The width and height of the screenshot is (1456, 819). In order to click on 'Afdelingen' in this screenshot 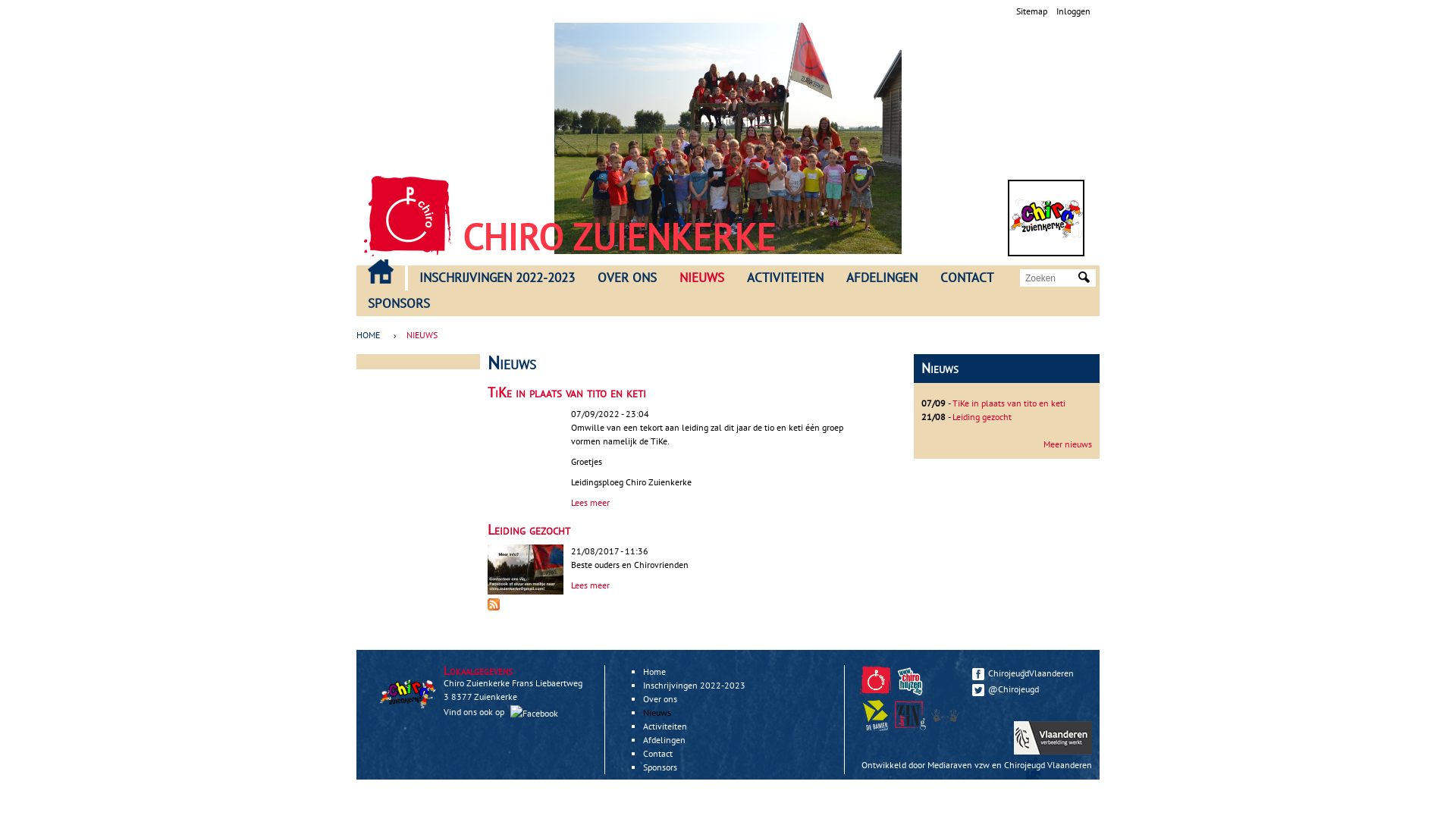, I will do `click(643, 739)`.